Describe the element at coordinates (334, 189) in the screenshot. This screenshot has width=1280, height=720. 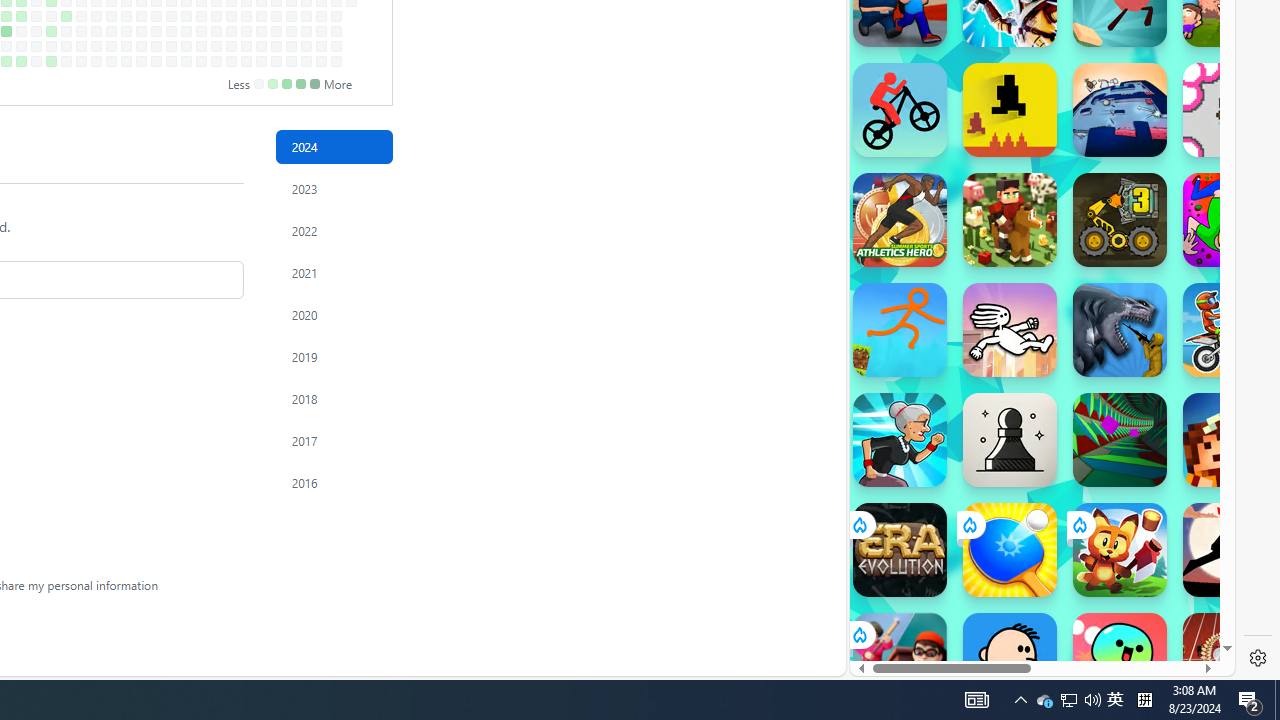
I see `'Contribution activity in 2023'` at that location.